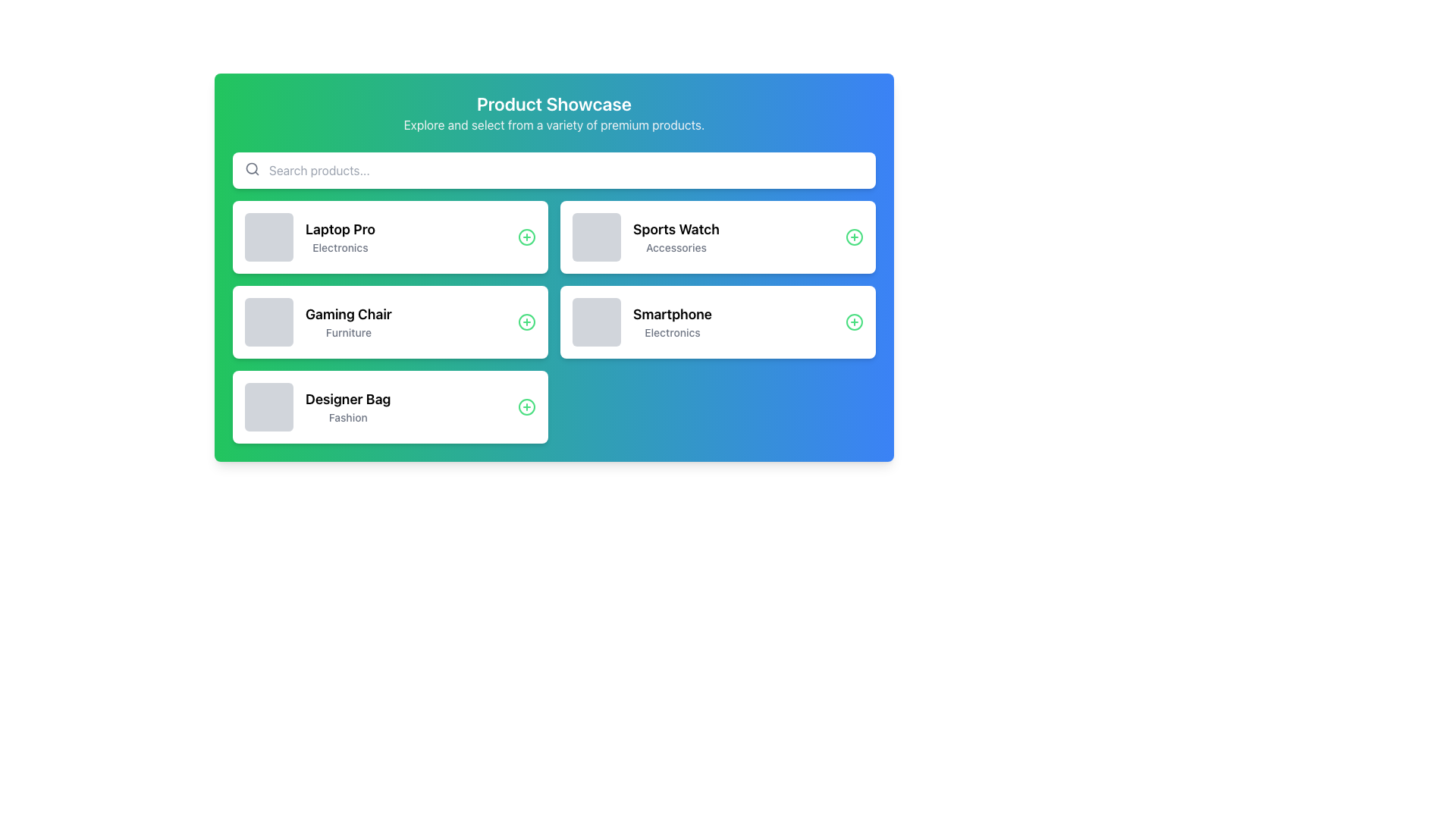 The image size is (1456, 819). Describe the element at coordinates (855, 321) in the screenshot. I see `the green outlined circle button with a plus sign in the center, located at the top-right corner of the 'Smartphone Electronics' card` at that location.